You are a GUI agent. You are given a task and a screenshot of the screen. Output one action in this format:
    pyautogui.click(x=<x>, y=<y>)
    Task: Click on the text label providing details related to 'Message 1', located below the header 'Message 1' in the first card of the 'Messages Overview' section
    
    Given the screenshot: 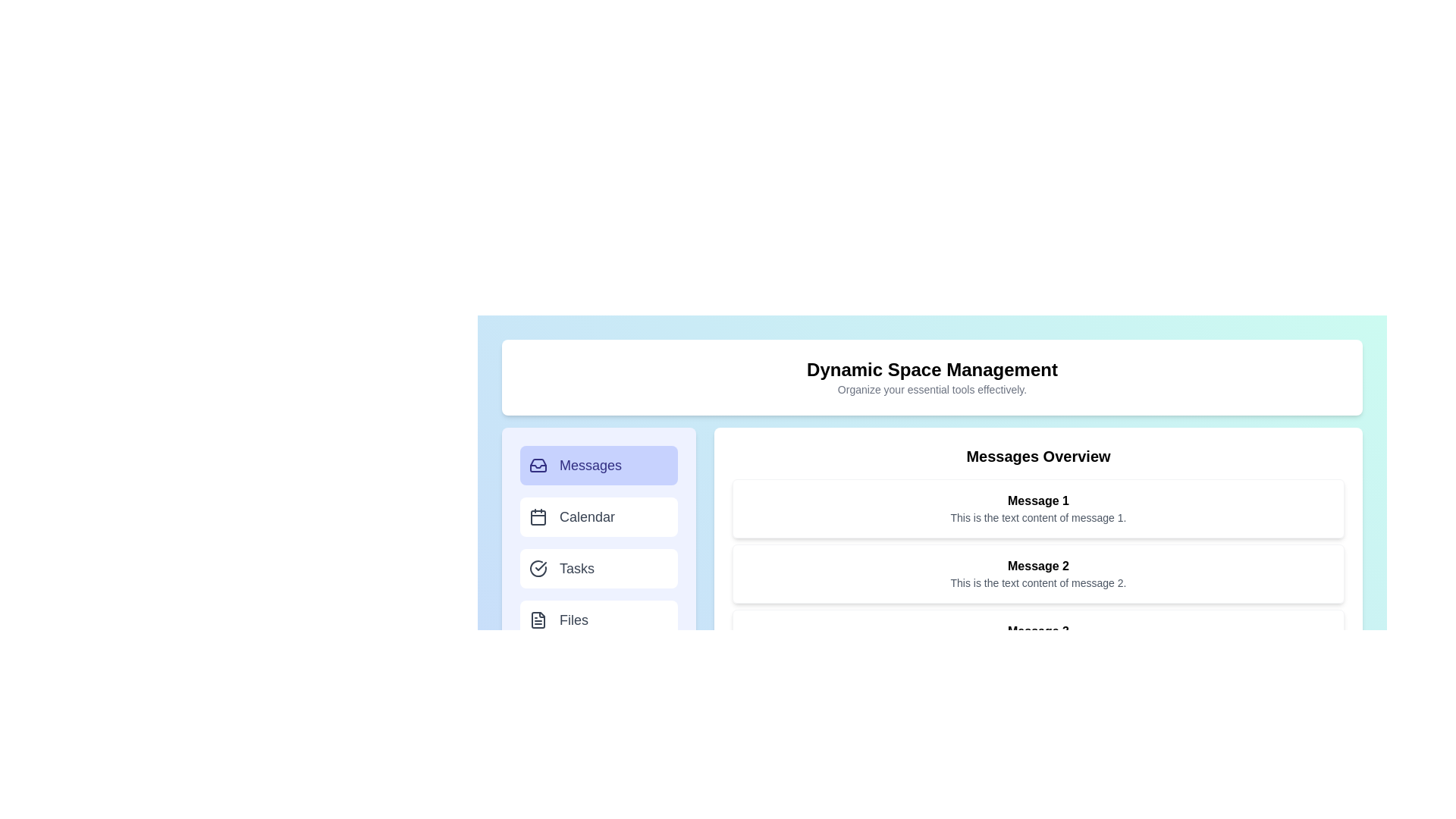 What is the action you would take?
    pyautogui.click(x=1037, y=516)
    